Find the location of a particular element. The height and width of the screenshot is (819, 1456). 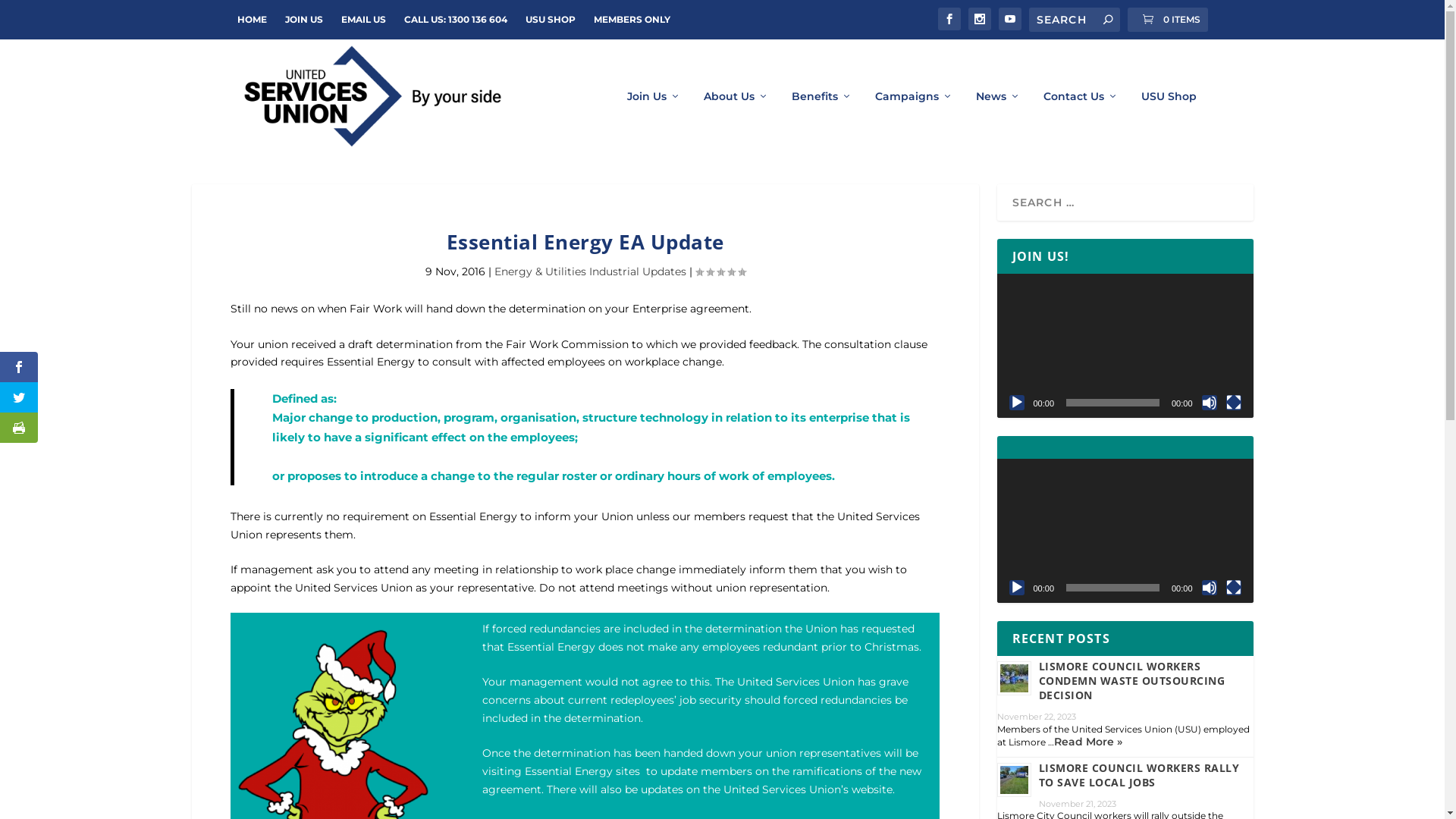

'About Us' is located at coordinates (736, 121).